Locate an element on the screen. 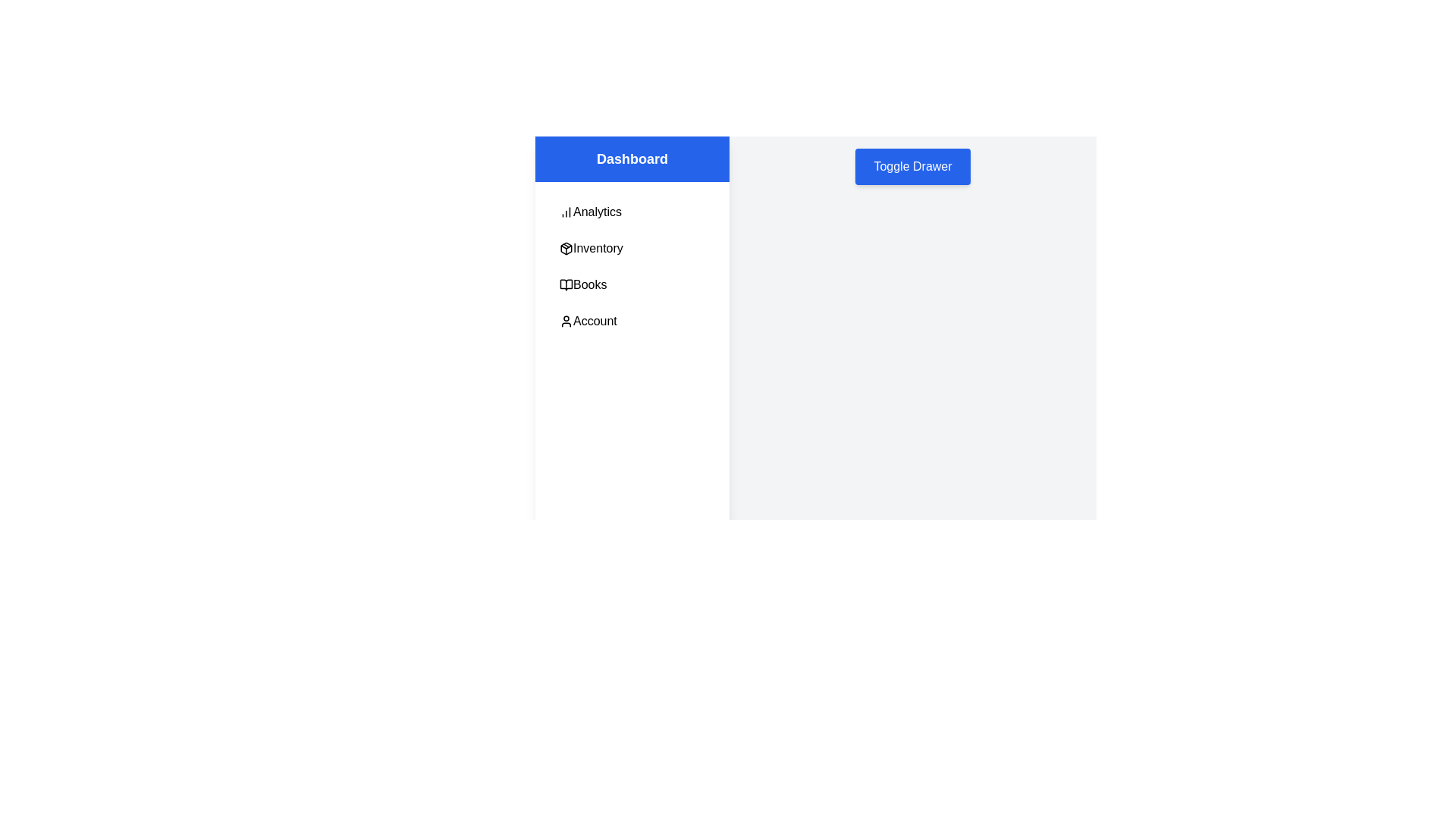  the menu item Account in the drawer is located at coordinates (632, 321).